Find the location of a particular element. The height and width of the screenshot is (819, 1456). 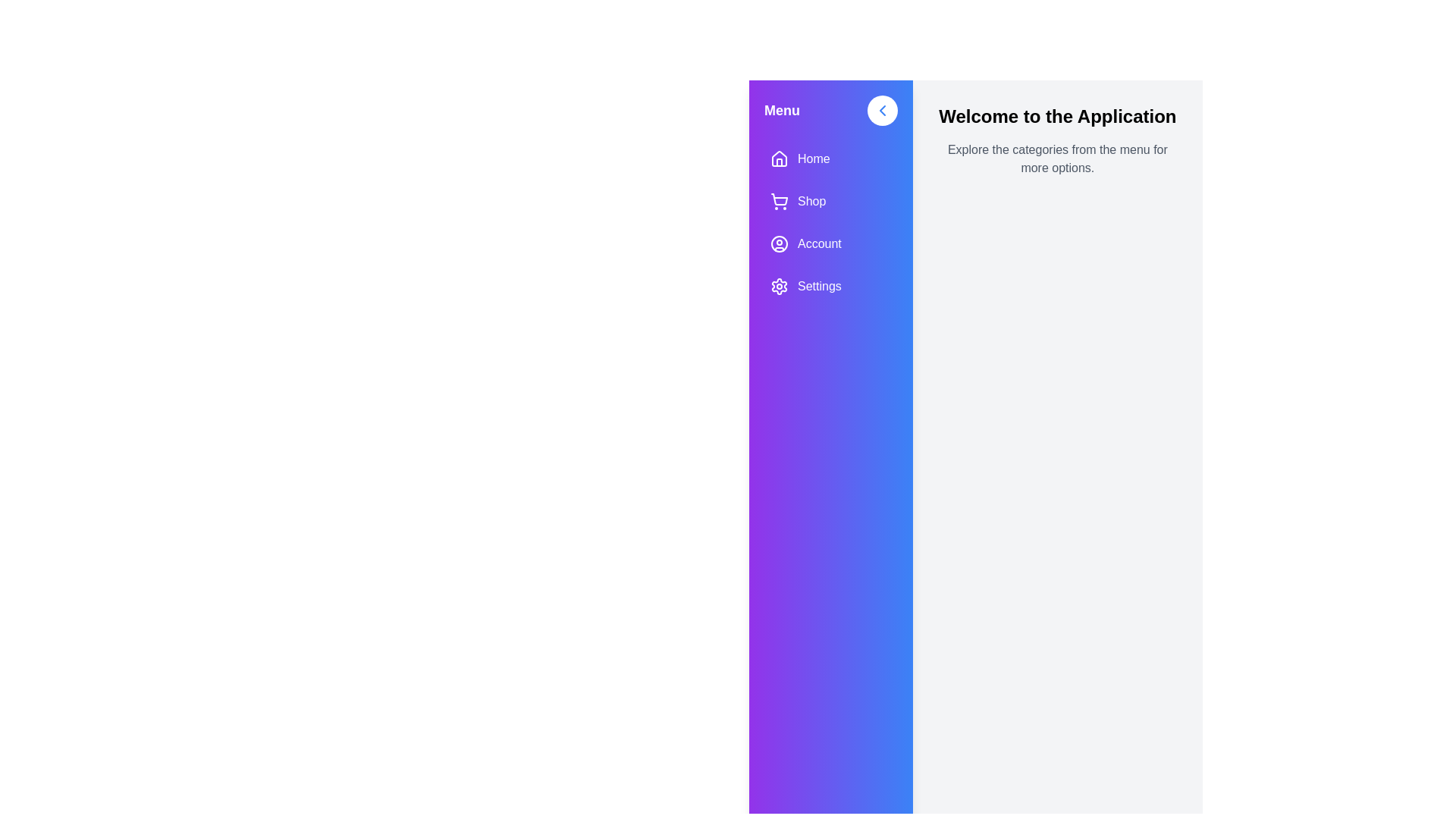

the 'Home' button in the vertical navigation menu is located at coordinates (830, 158).